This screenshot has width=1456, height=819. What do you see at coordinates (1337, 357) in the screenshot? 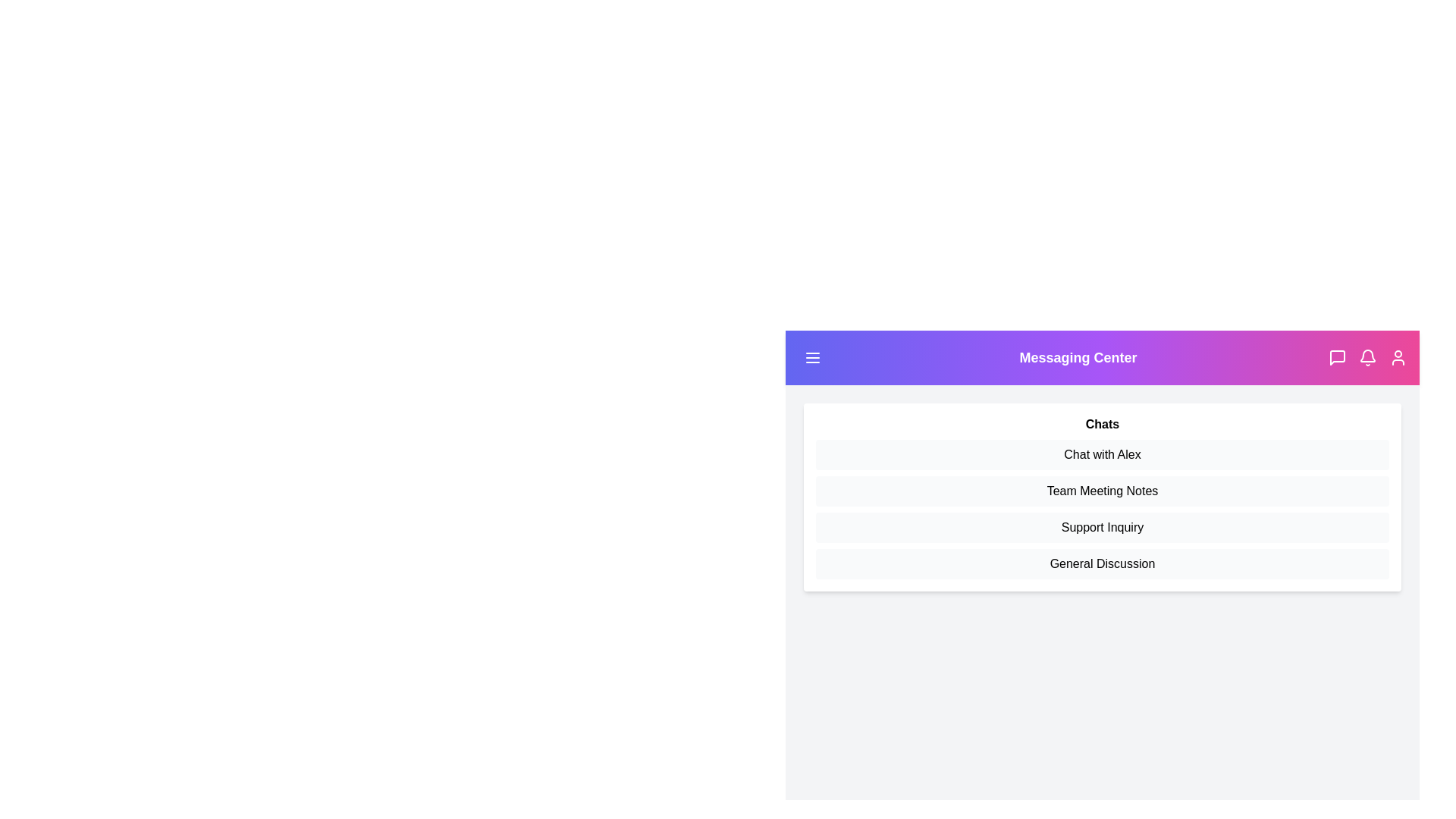
I see `the messaging icon in the top-right corner to open the messaging interface` at bounding box center [1337, 357].